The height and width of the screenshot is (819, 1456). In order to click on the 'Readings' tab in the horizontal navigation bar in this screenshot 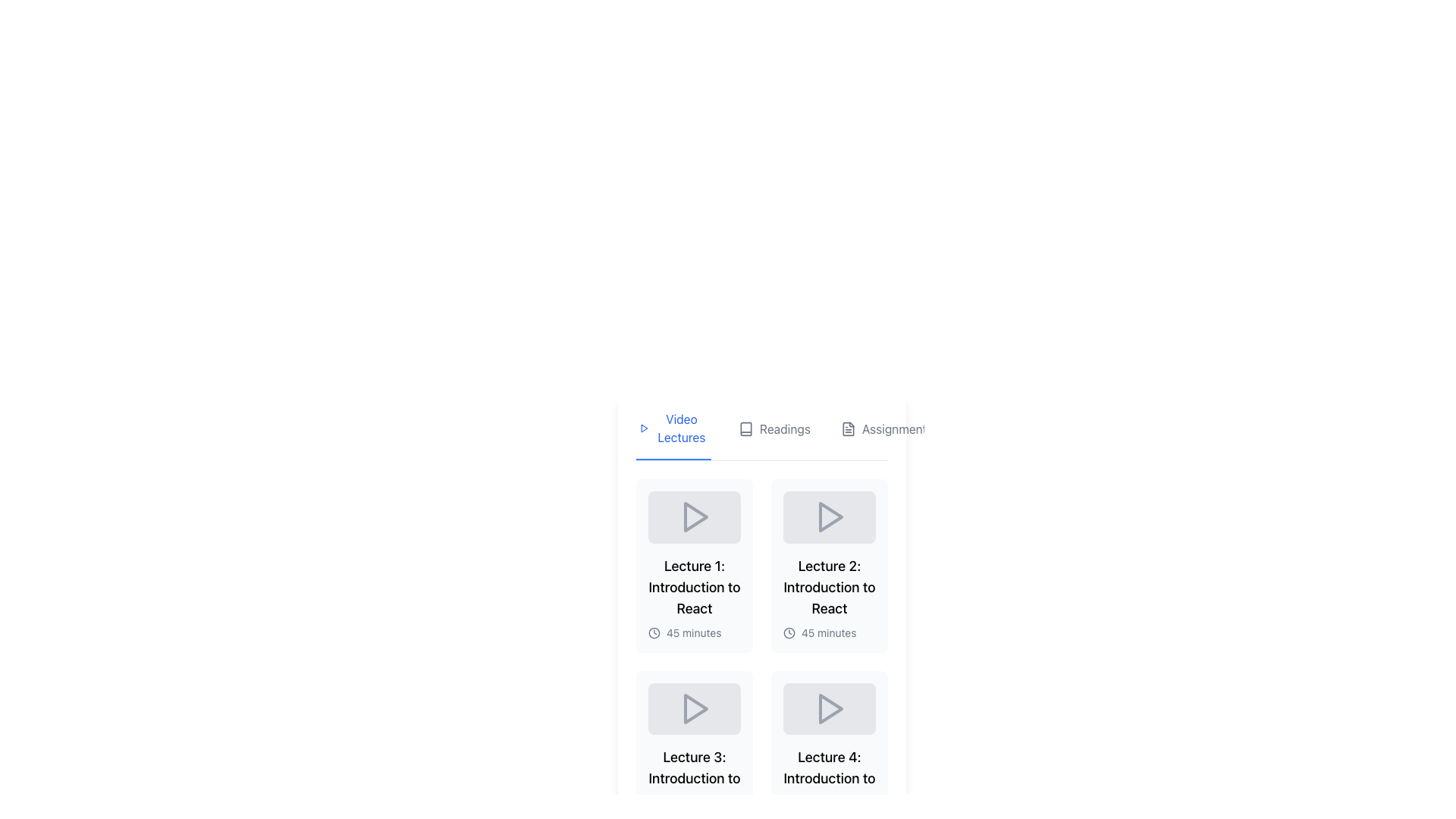, I will do `click(774, 435)`.